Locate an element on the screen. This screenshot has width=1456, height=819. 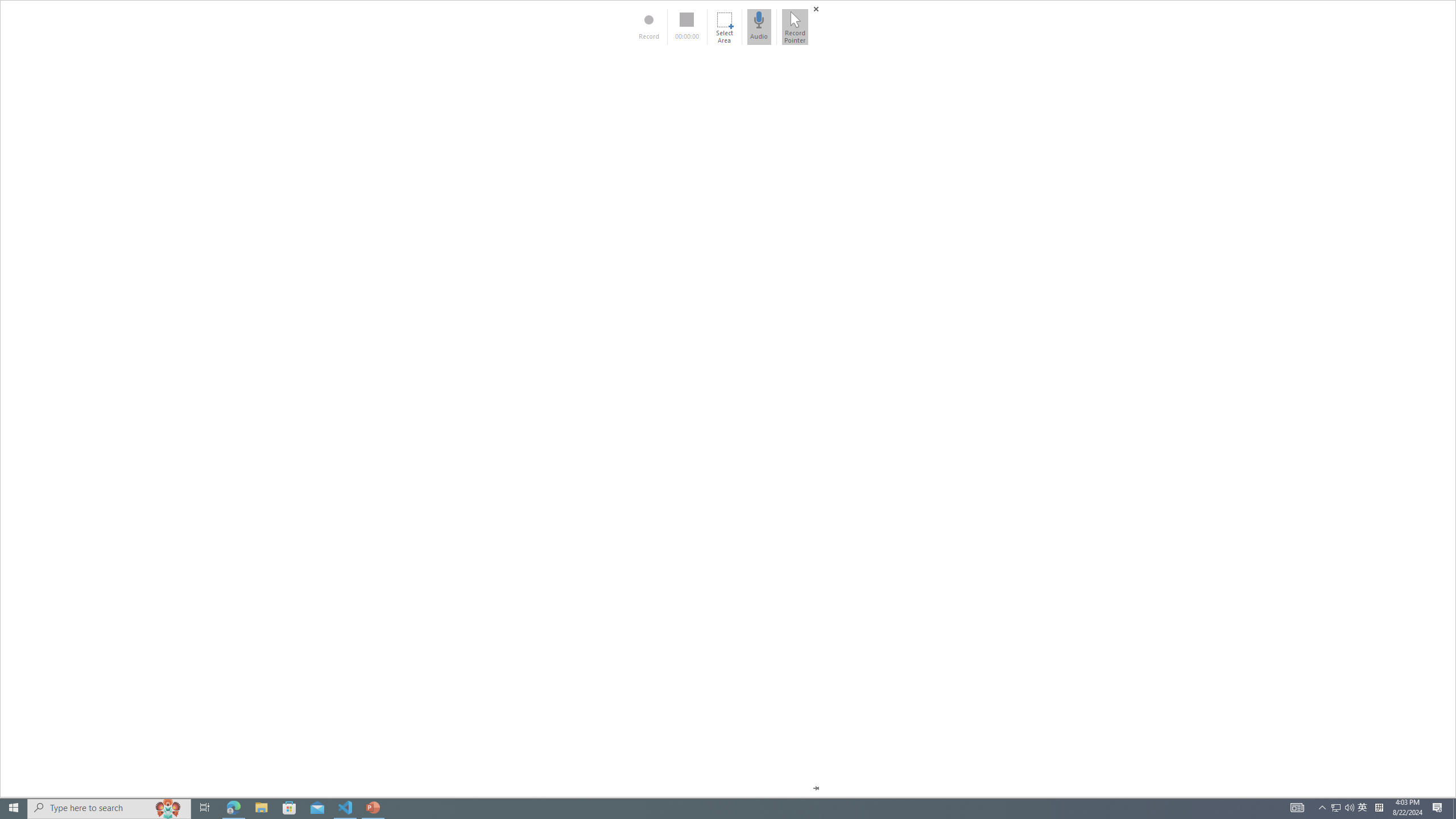
'Close (Windows logo key+Shift+Q)' is located at coordinates (816, 9).